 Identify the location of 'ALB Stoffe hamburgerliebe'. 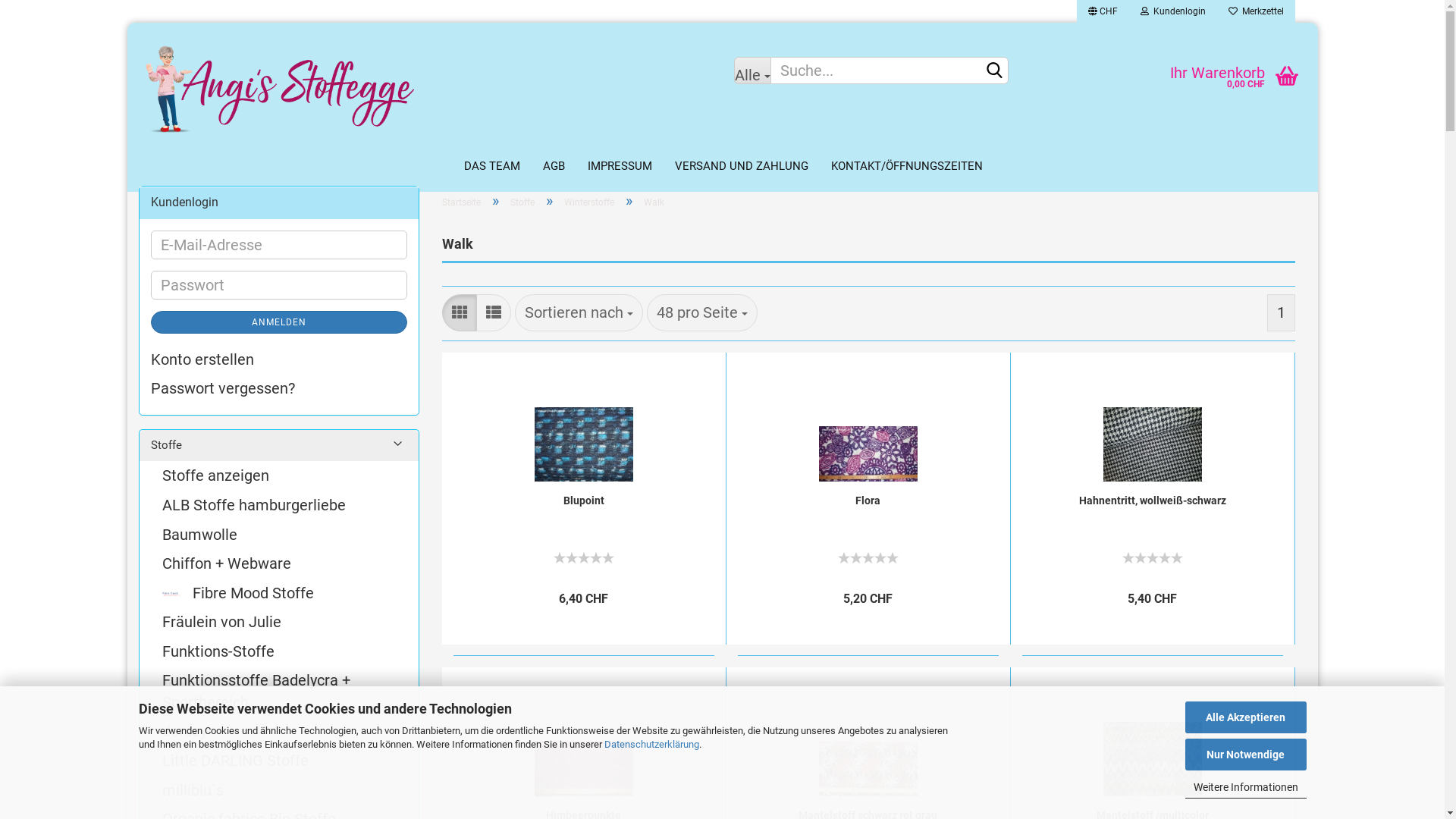
(279, 505).